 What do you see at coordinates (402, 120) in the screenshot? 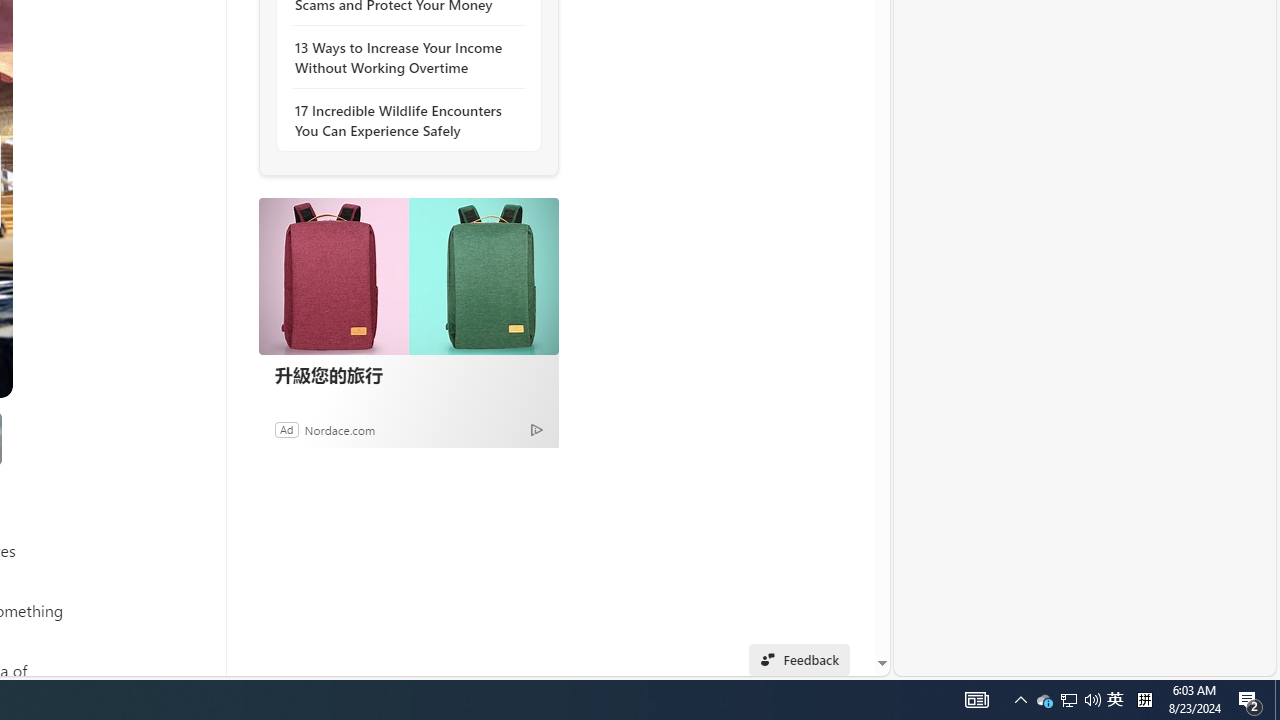
I see `'17 Incredible Wildlife Encounters You Can Experience Safely'` at bounding box center [402, 120].